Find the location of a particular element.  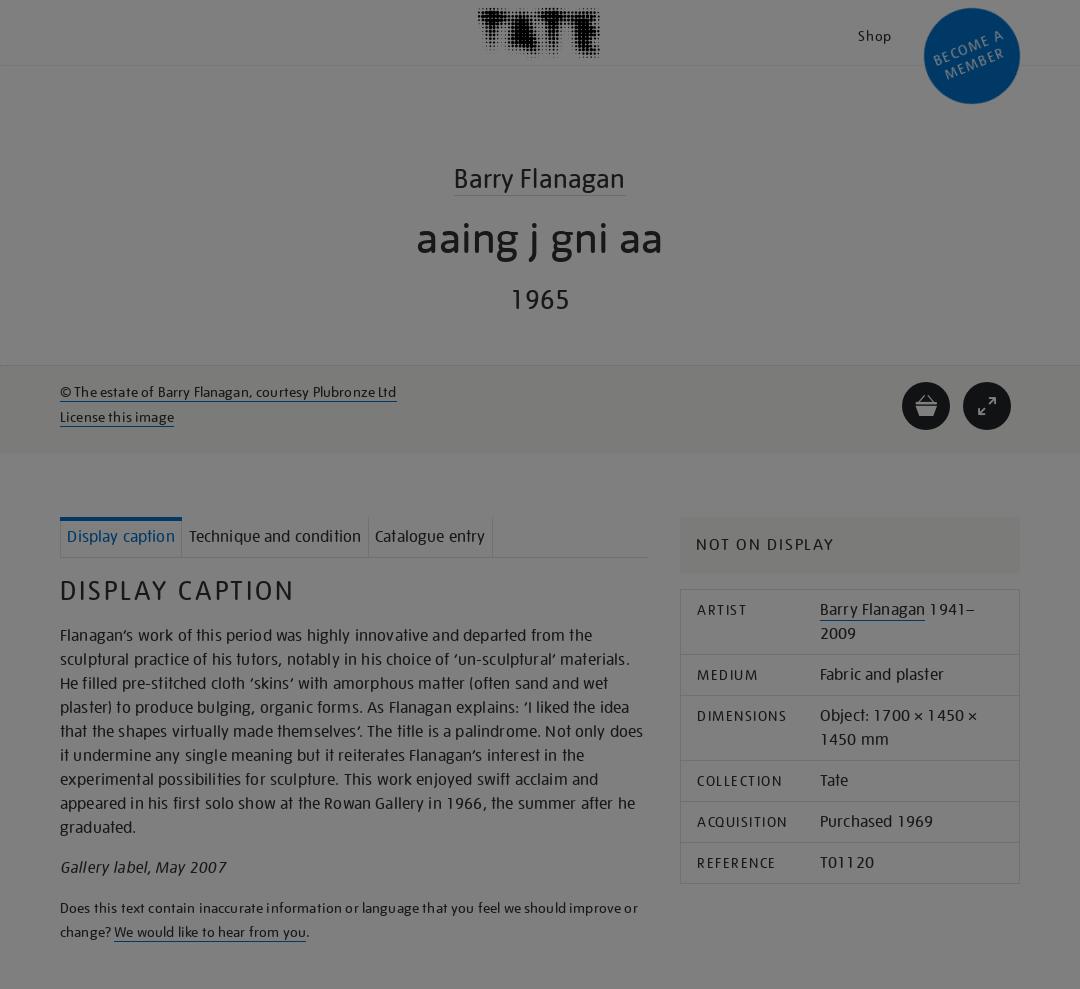

'Artist' is located at coordinates (721, 610).